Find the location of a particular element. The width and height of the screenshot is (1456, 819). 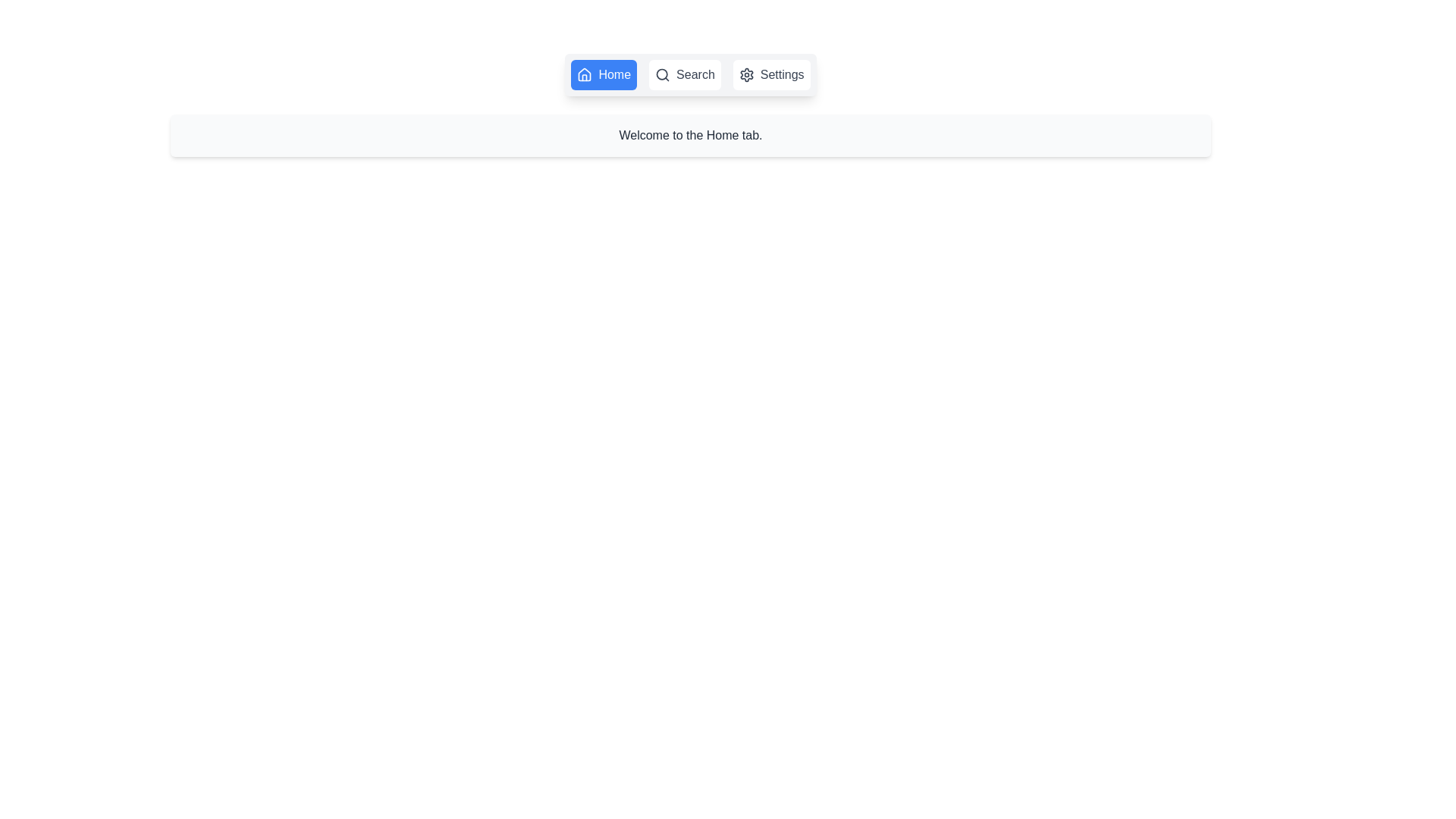

the 'Settings' button, which is the third button in the group of buttons including 'Home', 'Search', and 'Settings' is located at coordinates (771, 75).